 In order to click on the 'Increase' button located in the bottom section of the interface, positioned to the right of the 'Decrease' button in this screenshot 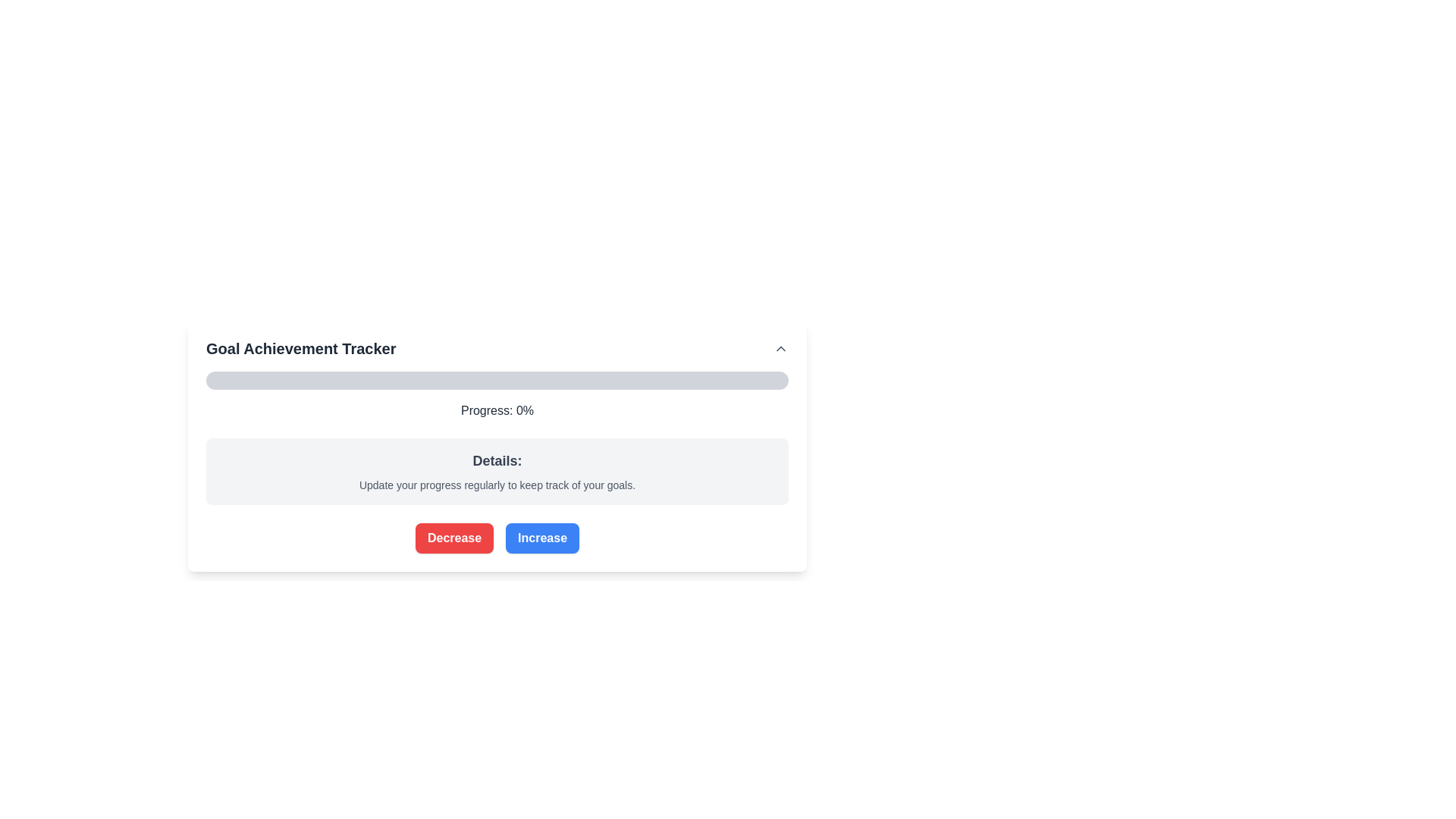, I will do `click(542, 537)`.